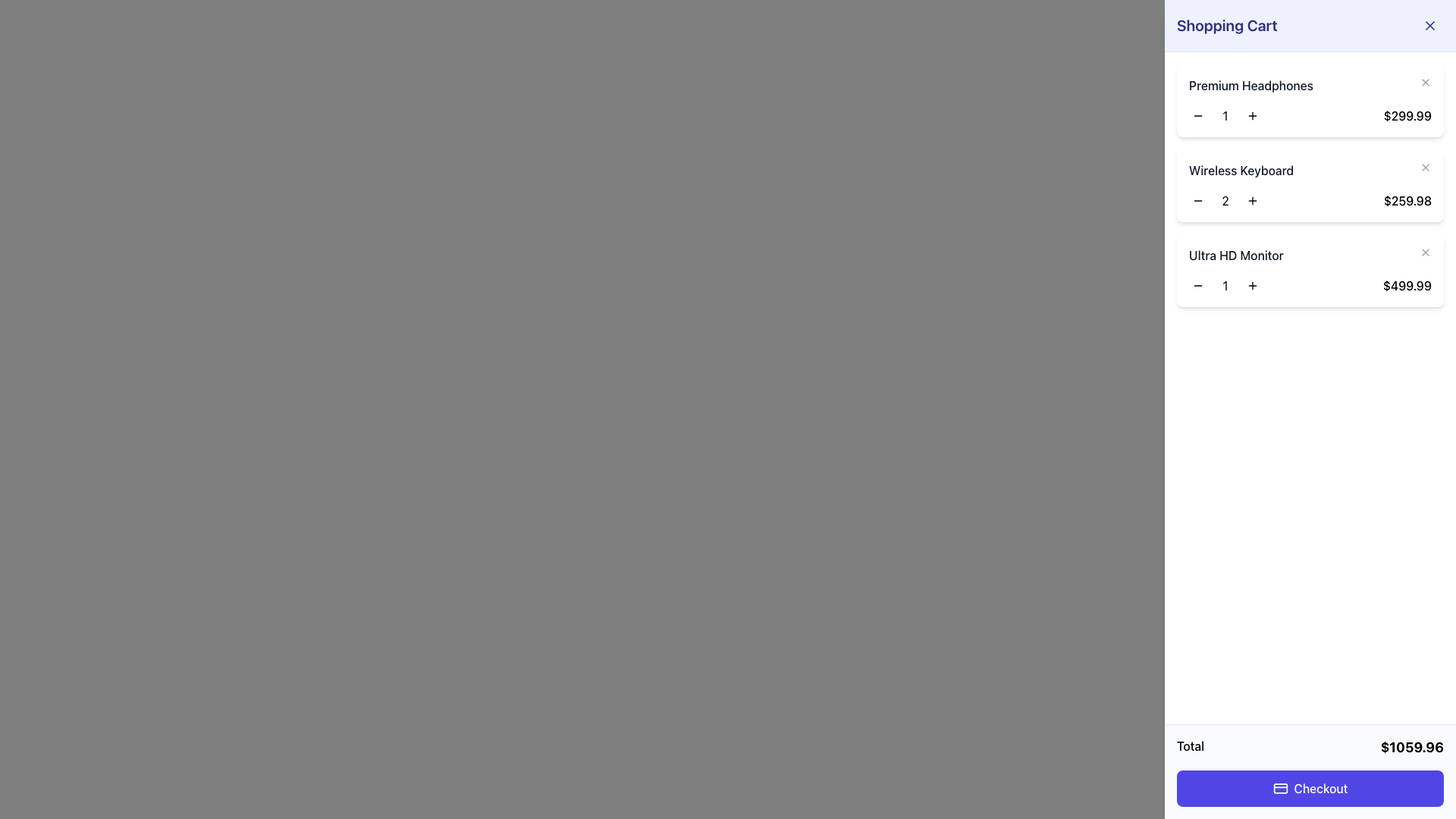  Describe the element at coordinates (1225, 286) in the screenshot. I see `the Numeric display showing the number '1' that is part of the horizontal arrangement for the item 'Ultra HD Monitor'` at that location.